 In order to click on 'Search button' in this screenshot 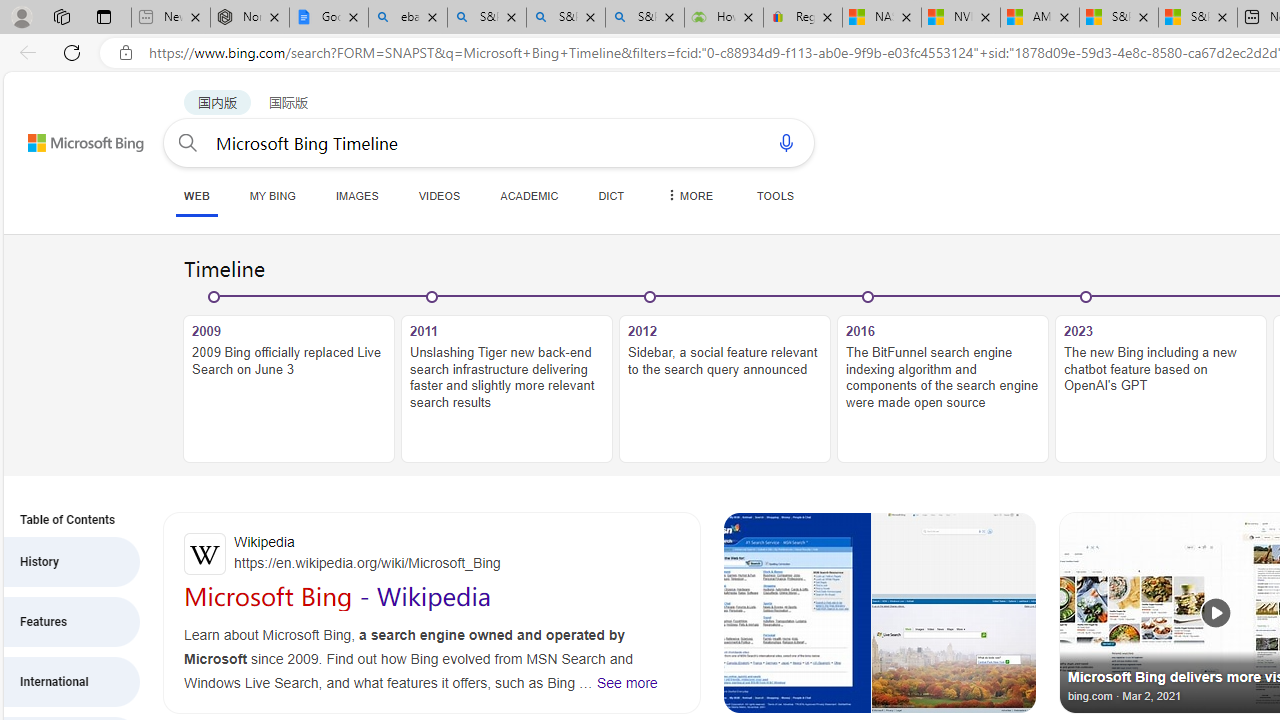, I will do `click(187, 141)`.